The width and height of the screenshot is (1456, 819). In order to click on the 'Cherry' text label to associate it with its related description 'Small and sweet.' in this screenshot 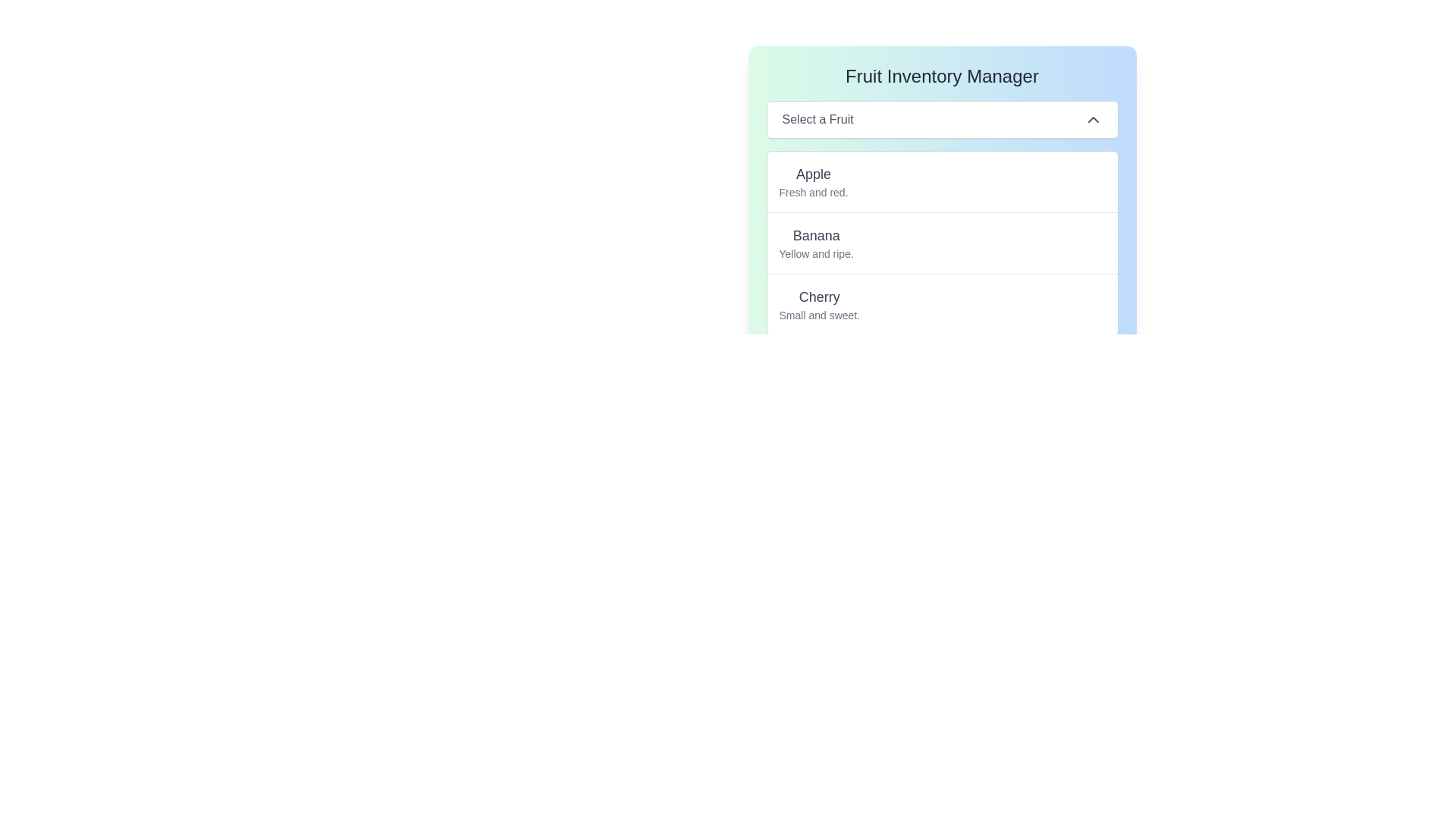, I will do `click(818, 297)`.